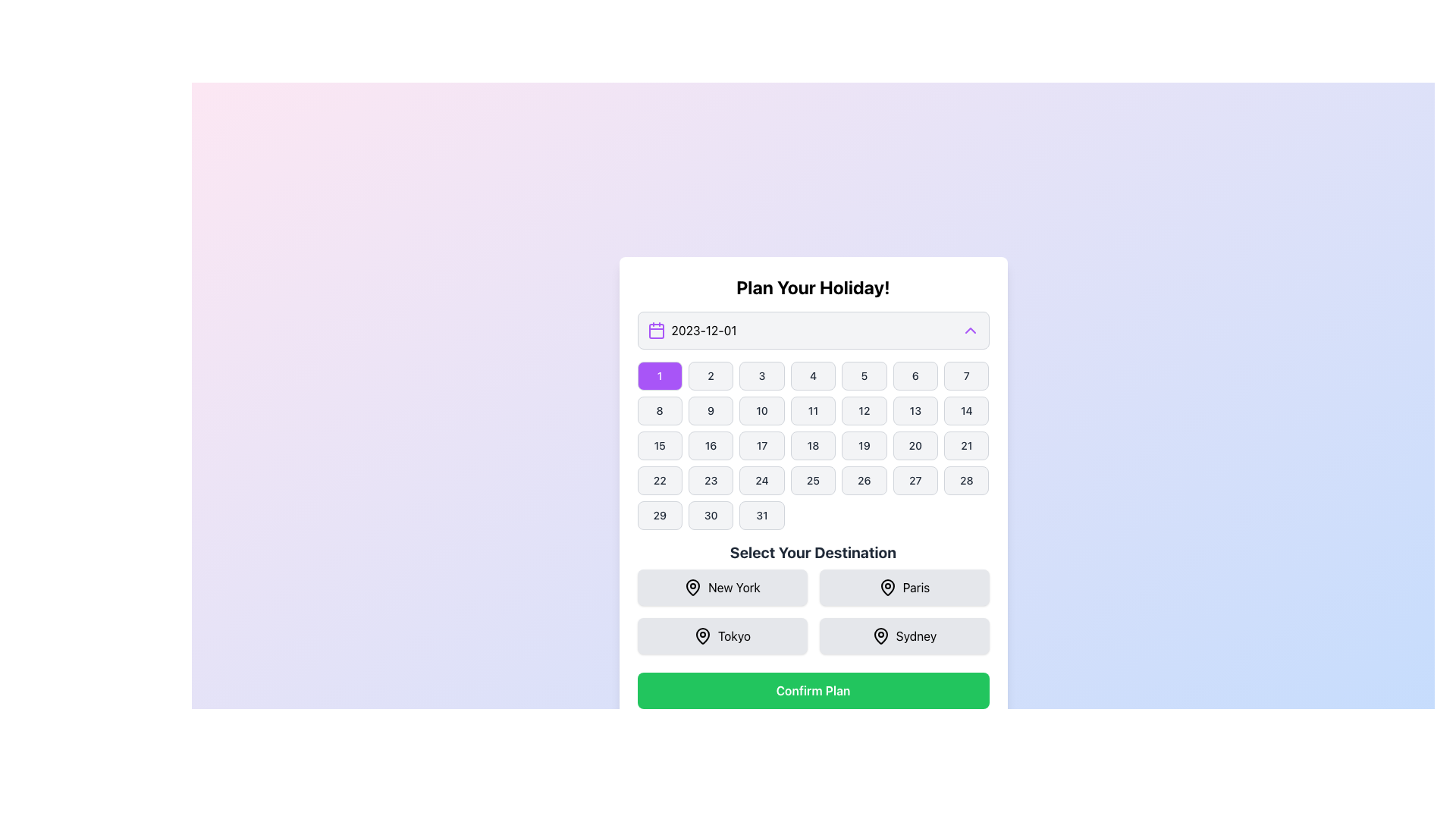 The height and width of the screenshot is (819, 1456). What do you see at coordinates (965, 375) in the screenshot?
I see `the button representing the numerical value '7' in the calendar interface to trigger a hover effect` at bounding box center [965, 375].